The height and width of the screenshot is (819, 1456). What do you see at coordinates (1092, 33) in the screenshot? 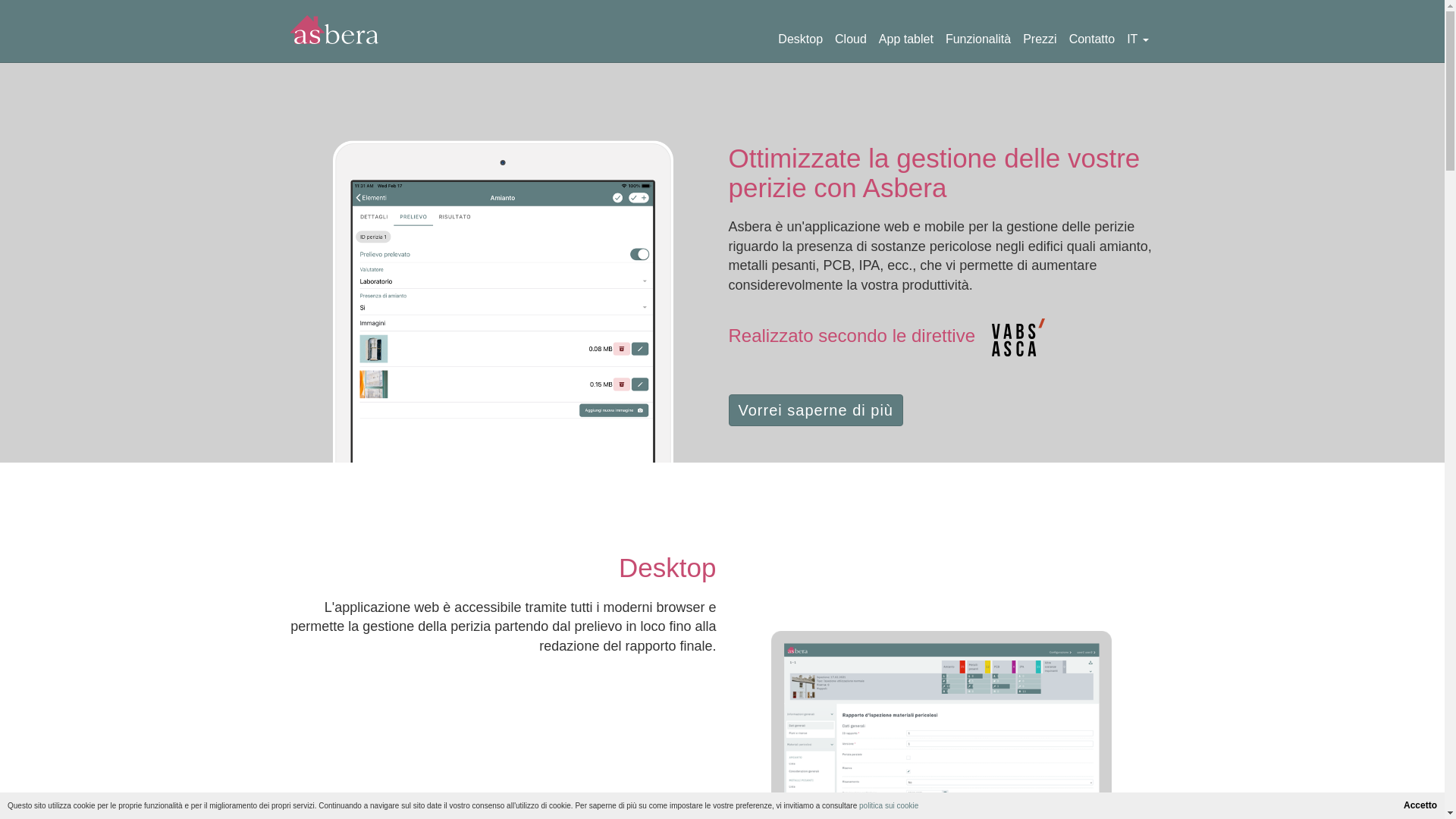
I see `'Contatto'` at bounding box center [1092, 33].